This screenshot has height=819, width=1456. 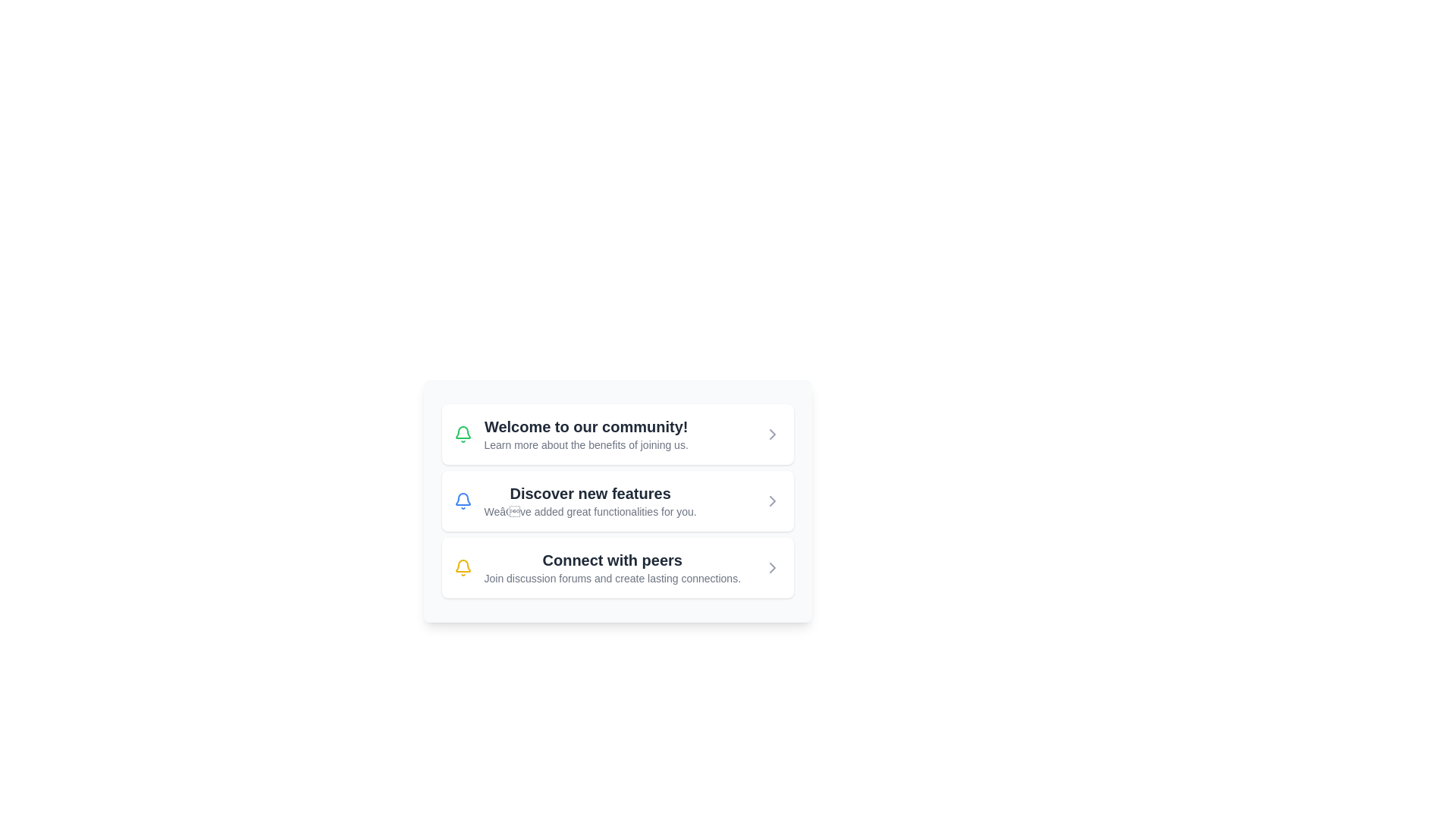 I want to click on the Text Label that serves as a title or heading for the subsection, positioned between 'Welcome to our community!' and 'Connect with peers', so click(x=589, y=494).